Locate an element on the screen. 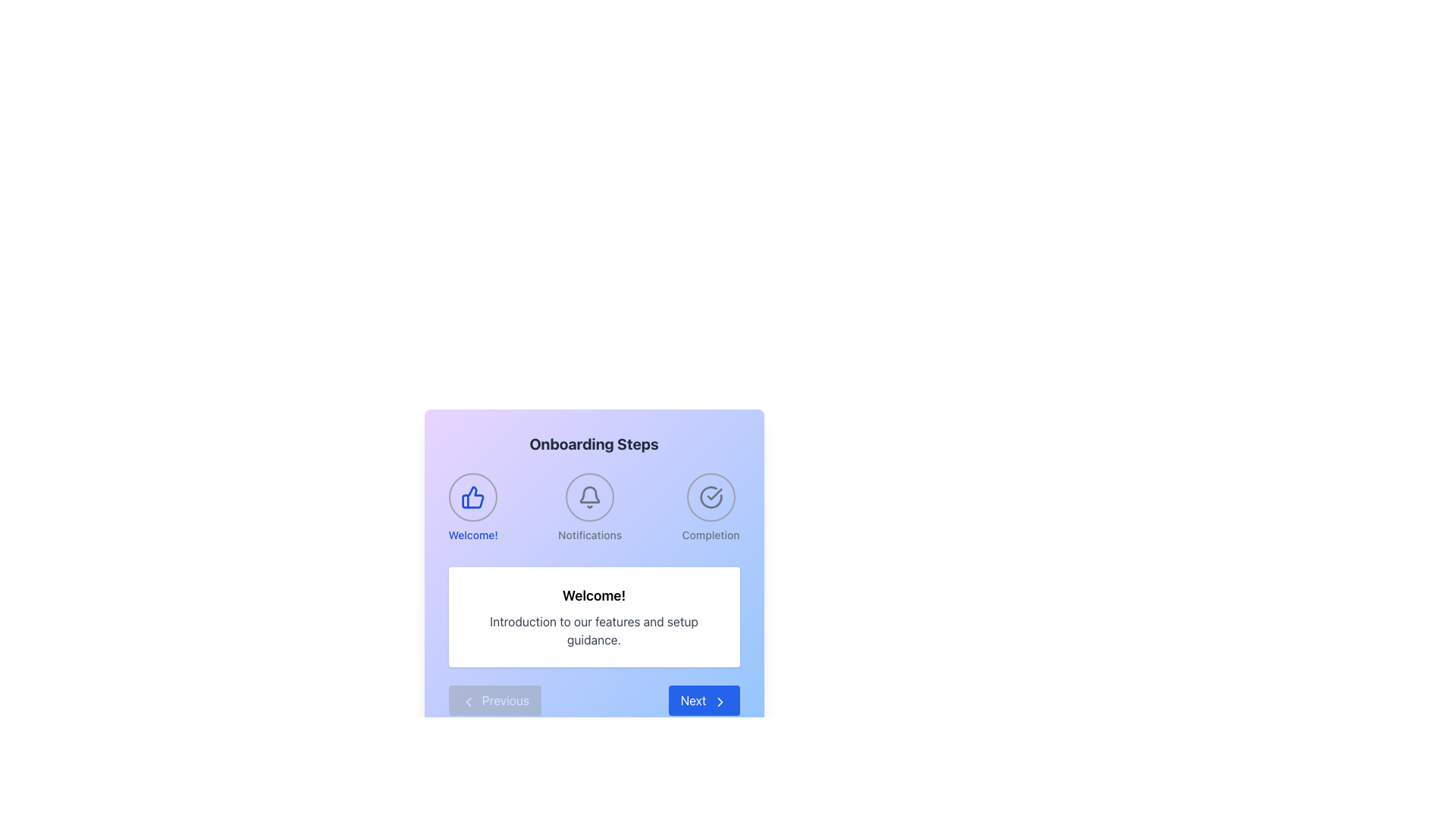  the 'Completion' icon, which features a circular outline with a checkmark inside, located in the 'Onboarding Steps' section to the right of 'Welcome!' and 'Notifications' is located at coordinates (710, 508).